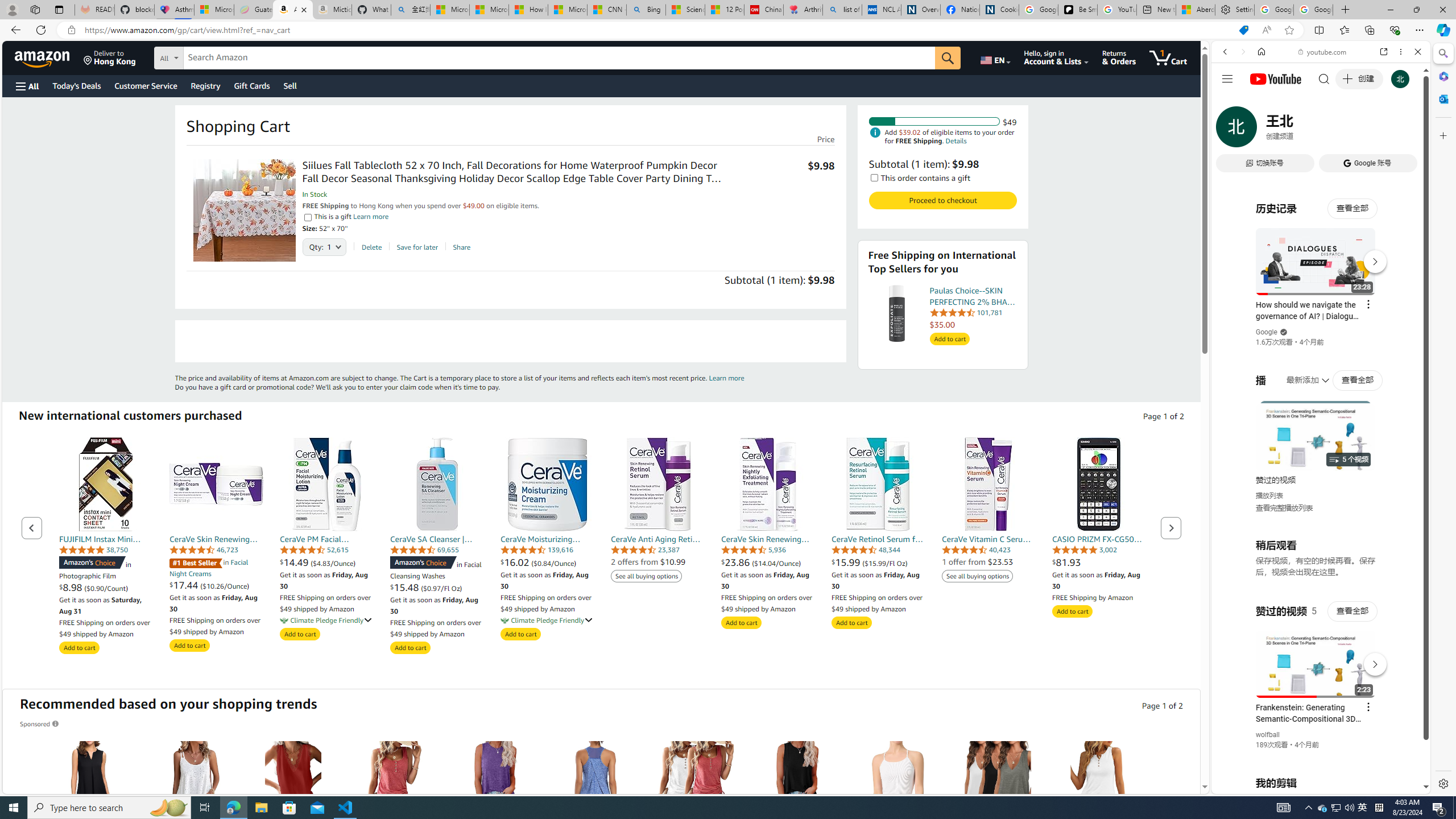 Image resolution: width=1456 pixels, height=819 pixels. What do you see at coordinates (648, 561) in the screenshot?
I see `'2 offers from $10.99'` at bounding box center [648, 561].